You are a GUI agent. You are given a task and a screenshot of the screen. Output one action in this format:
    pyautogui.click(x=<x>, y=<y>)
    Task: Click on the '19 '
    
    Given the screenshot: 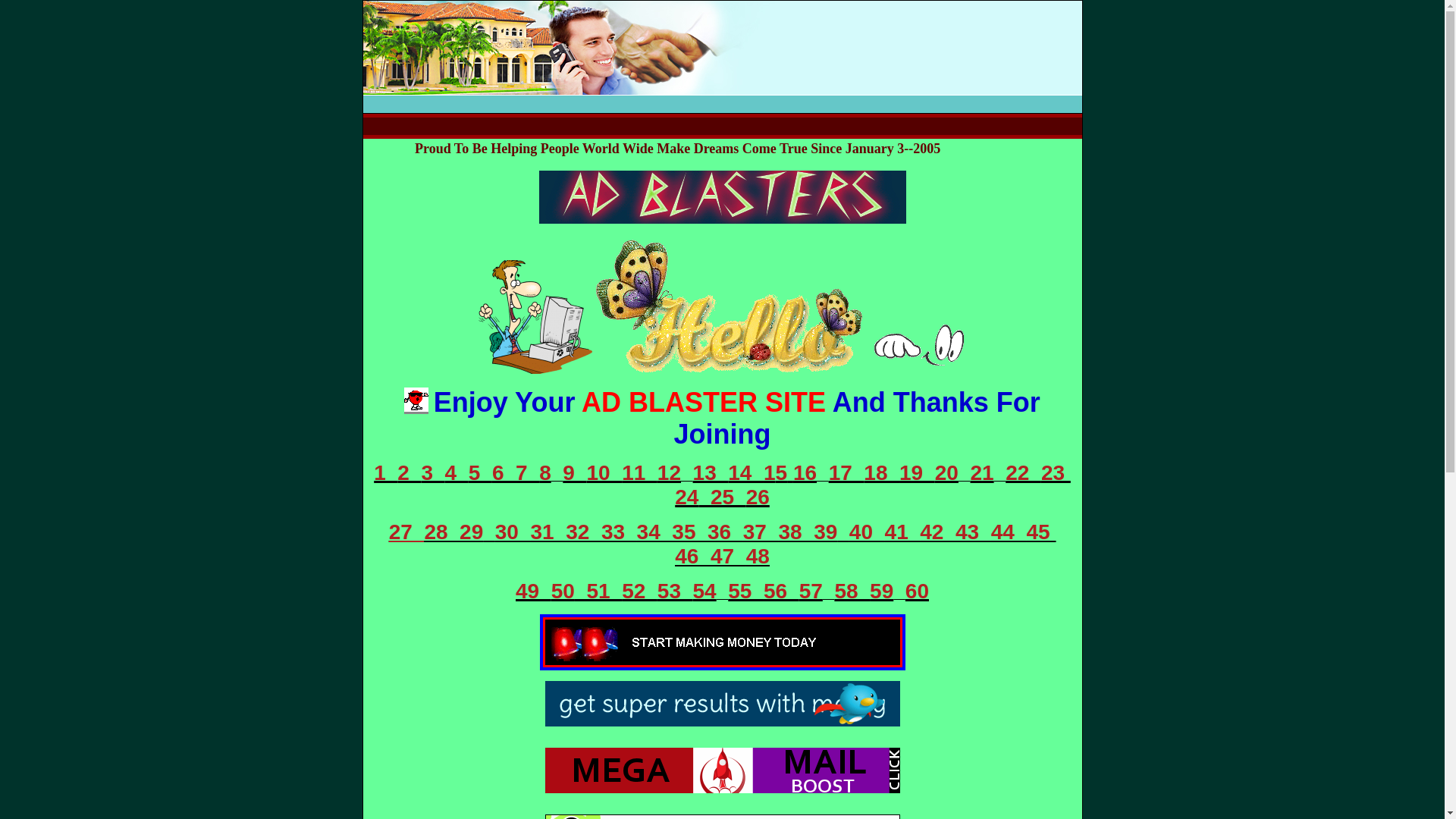 What is the action you would take?
    pyautogui.click(x=916, y=472)
    